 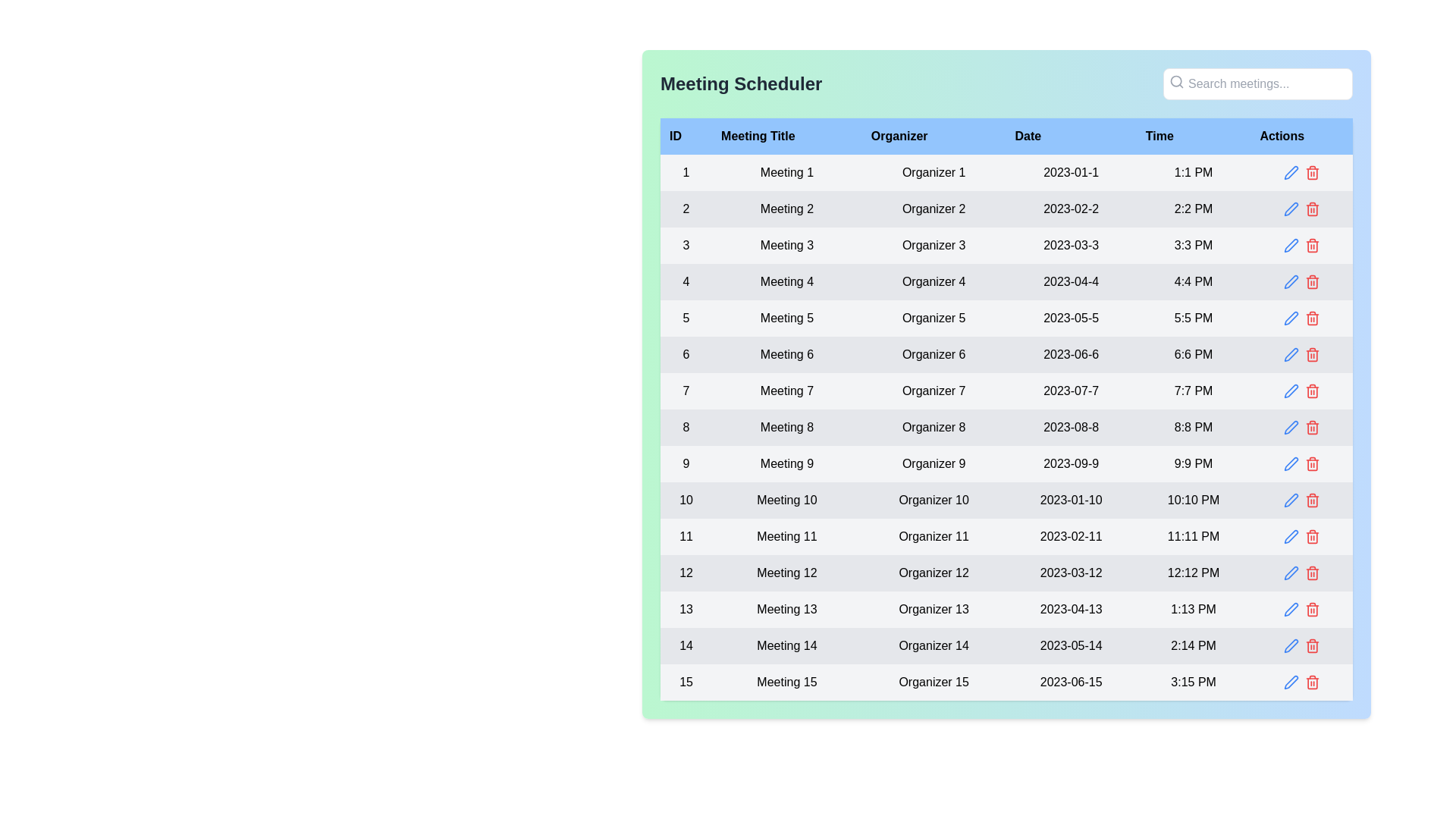 What do you see at coordinates (686, 427) in the screenshot?
I see `the Label displaying the number '8' in bold text, which is located in the ID column of the 8th row within the 'Meeting 8' details` at bounding box center [686, 427].